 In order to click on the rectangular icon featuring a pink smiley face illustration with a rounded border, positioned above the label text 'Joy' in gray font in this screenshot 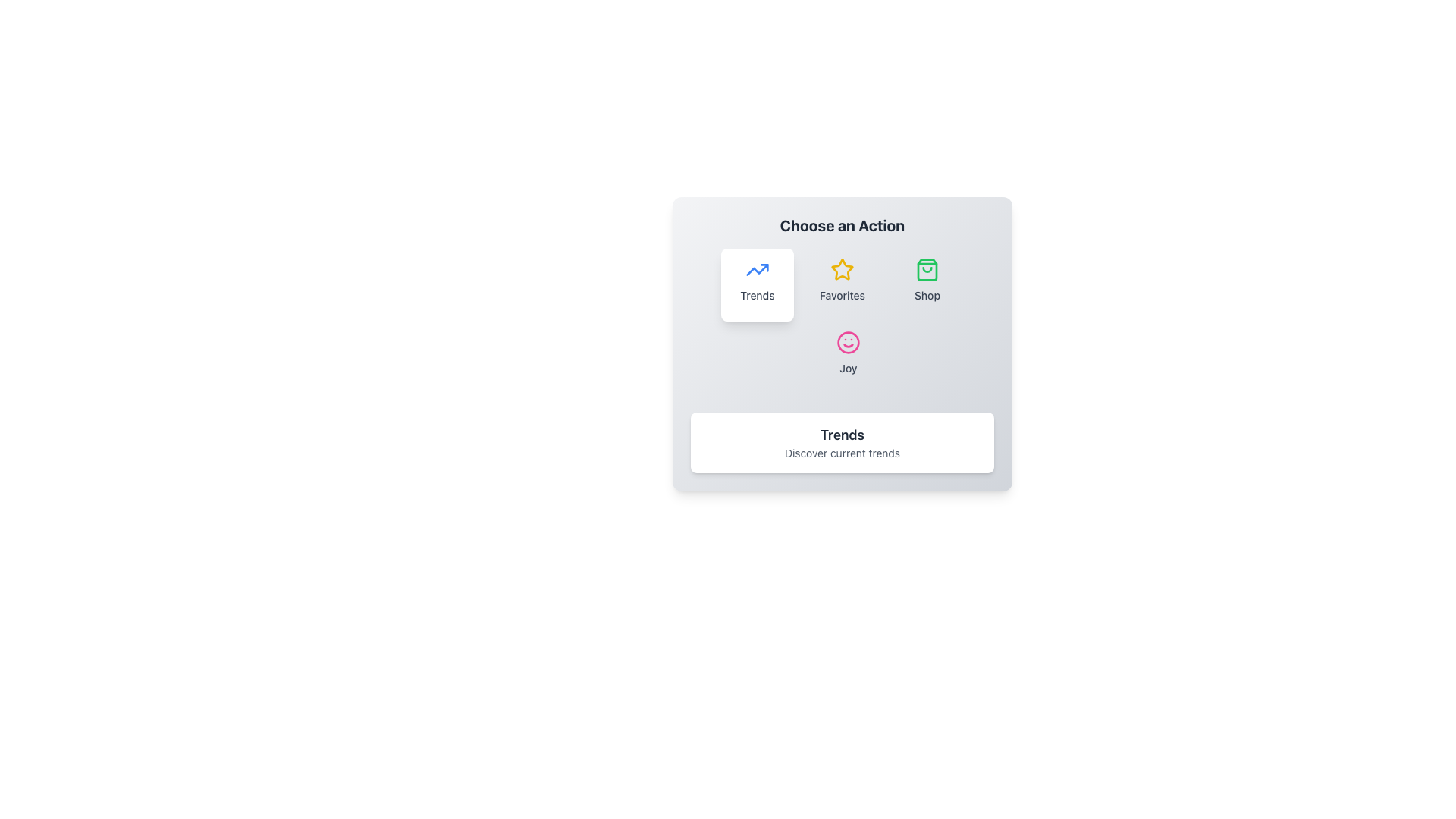, I will do `click(847, 357)`.